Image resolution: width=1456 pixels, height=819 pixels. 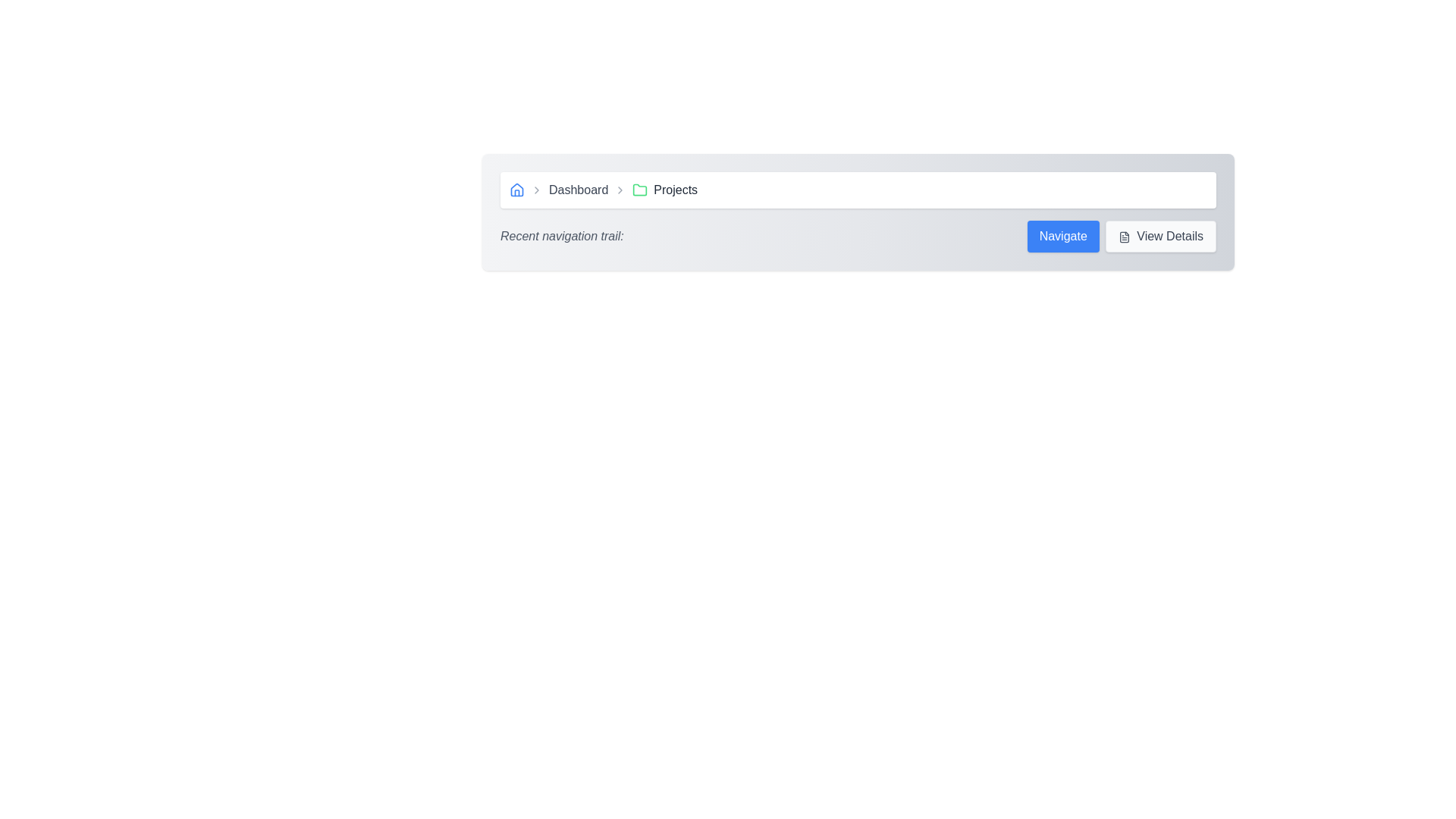 I want to click on the 'Navigate' button, which has rounded corners, a blue background, and white text, so click(x=1062, y=237).